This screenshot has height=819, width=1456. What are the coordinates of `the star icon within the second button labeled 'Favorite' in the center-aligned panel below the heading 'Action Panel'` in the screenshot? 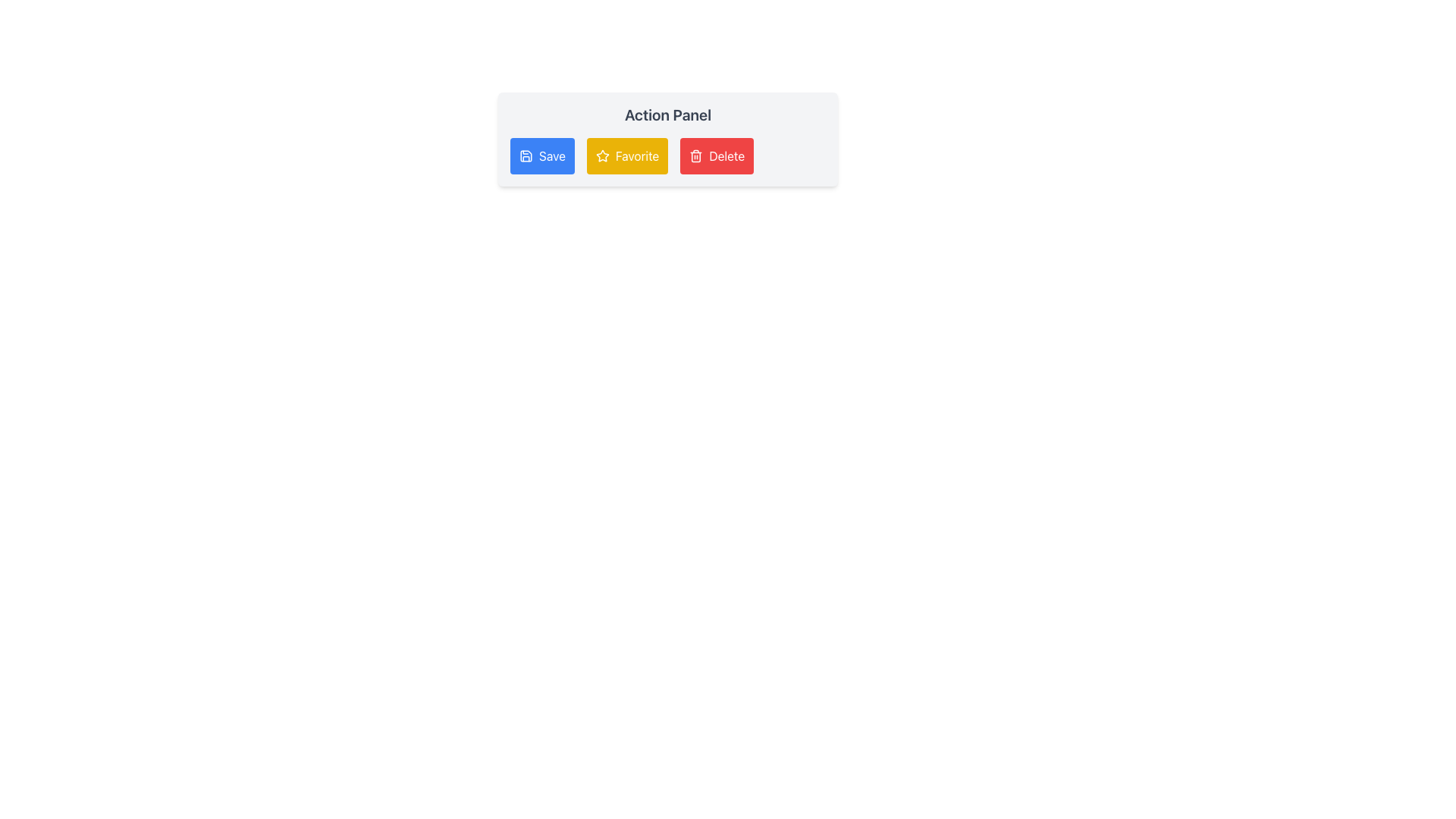 It's located at (601, 155).